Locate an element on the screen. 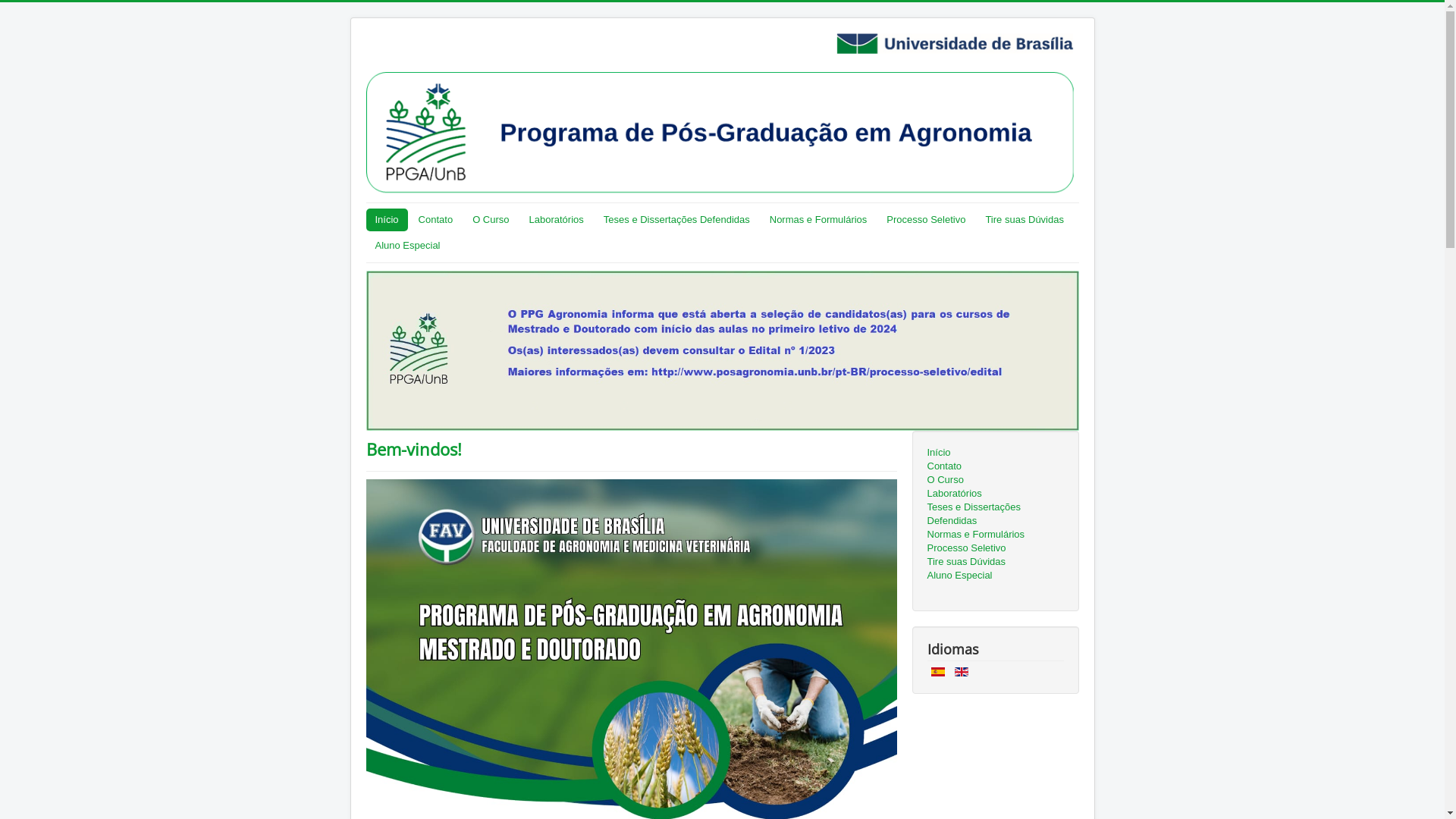 The height and width of the screenshot is (819, 1456). 'Processo Seletivo' is located at coordinates (924, 219).